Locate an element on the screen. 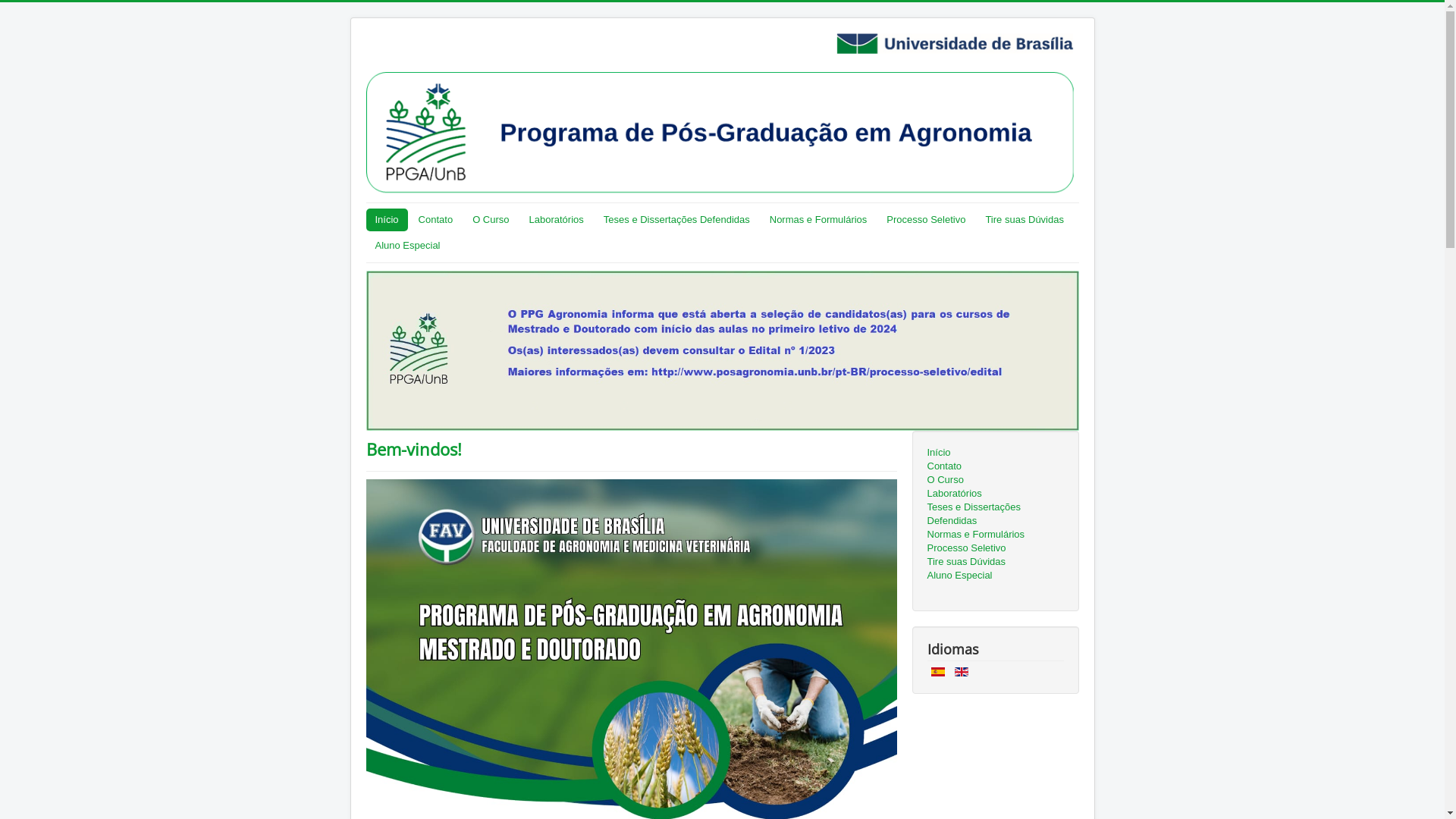 The height and width of the screenshot is (819, 1456). 'Processo Seletivo' is located at coordinates (924, 219).